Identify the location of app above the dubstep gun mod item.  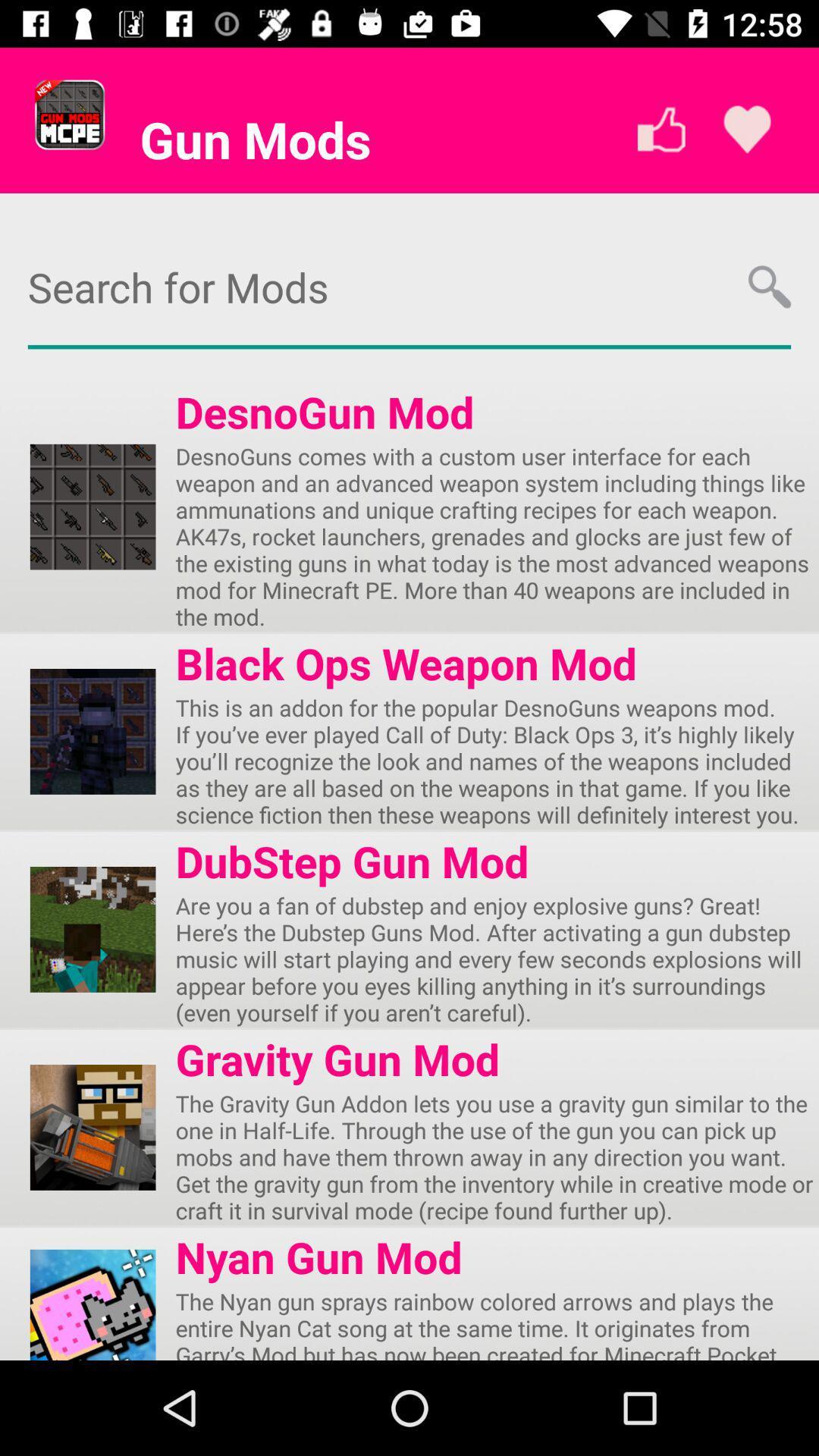
(497, 761).